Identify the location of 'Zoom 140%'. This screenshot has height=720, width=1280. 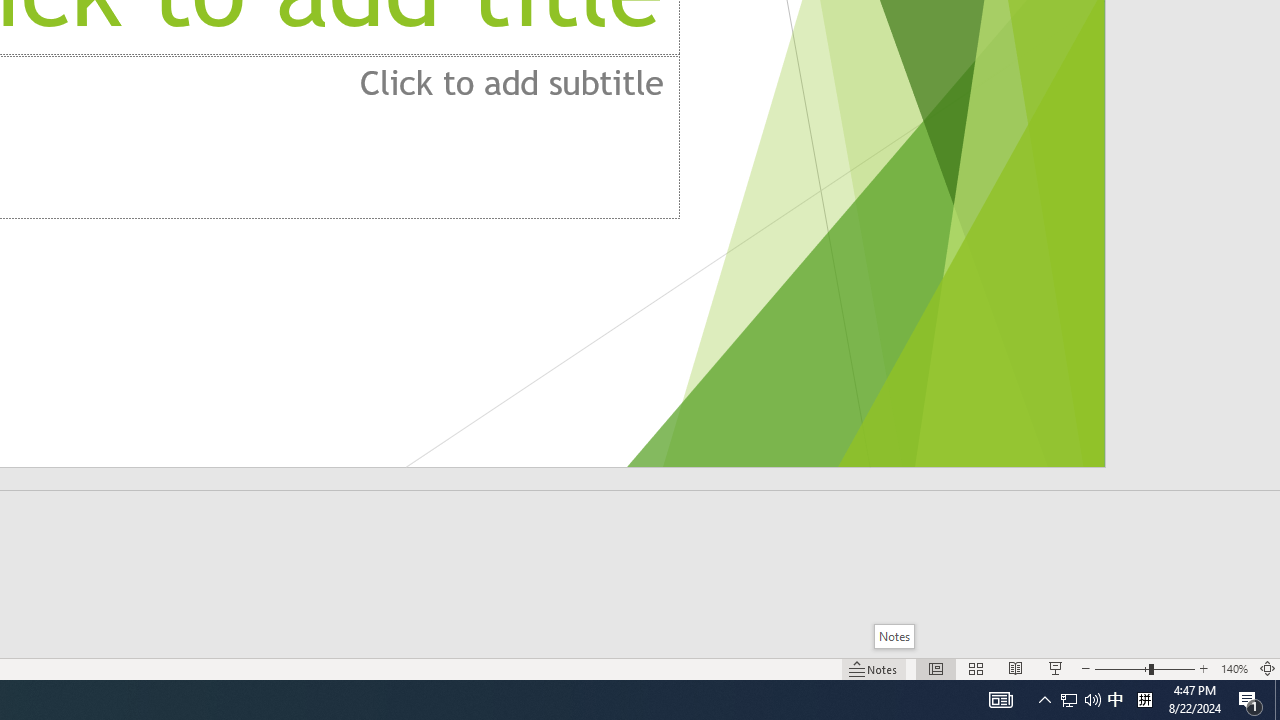
(1233, 669).